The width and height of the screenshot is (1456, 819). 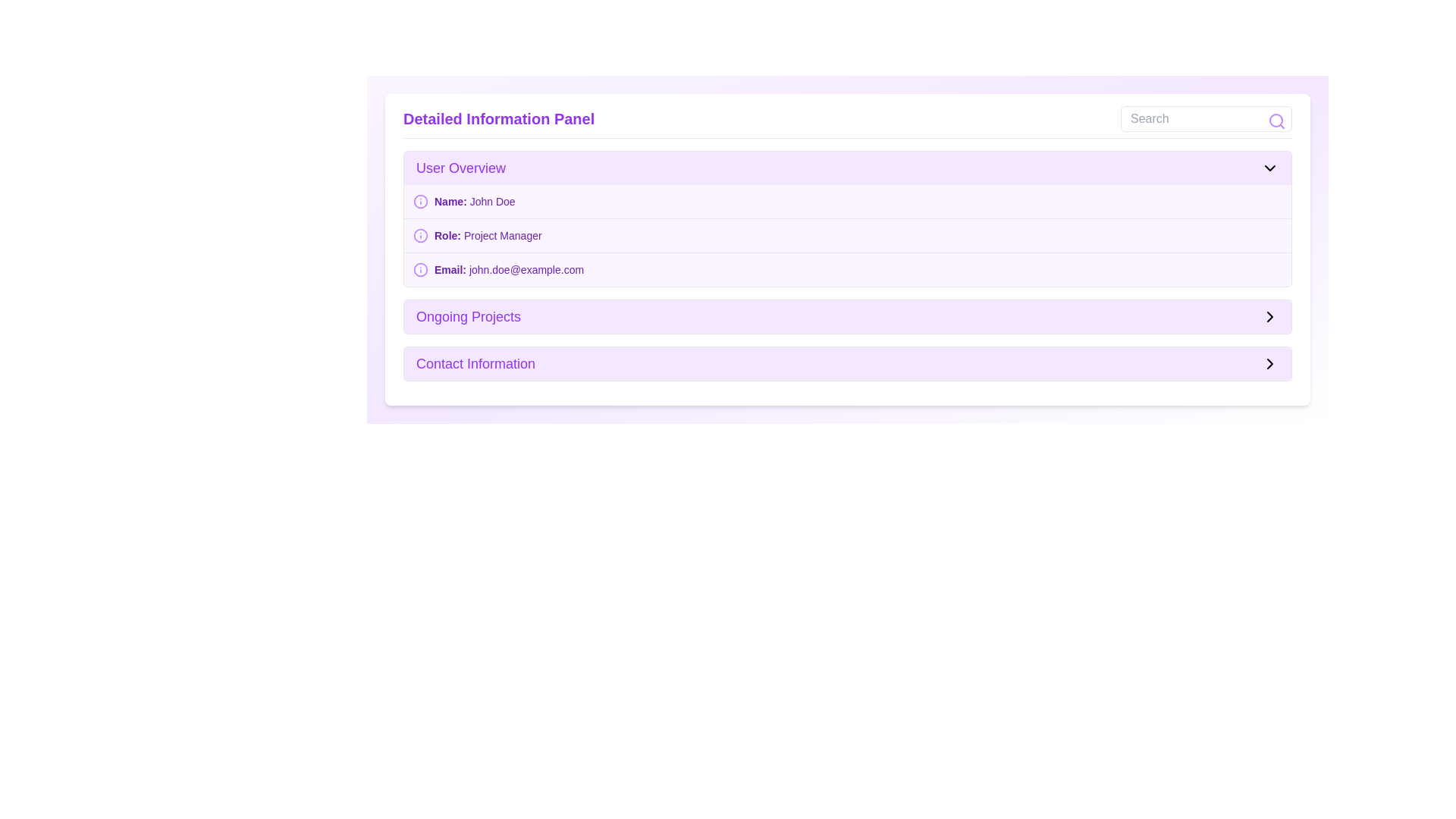 What do you see at coordinates (474, 201) in the screenshot?
I see `displayed name from the Text Display that identifies the user, located under the 'User Overview' heading as the first entry in the list` at bounding box center [474, 201].